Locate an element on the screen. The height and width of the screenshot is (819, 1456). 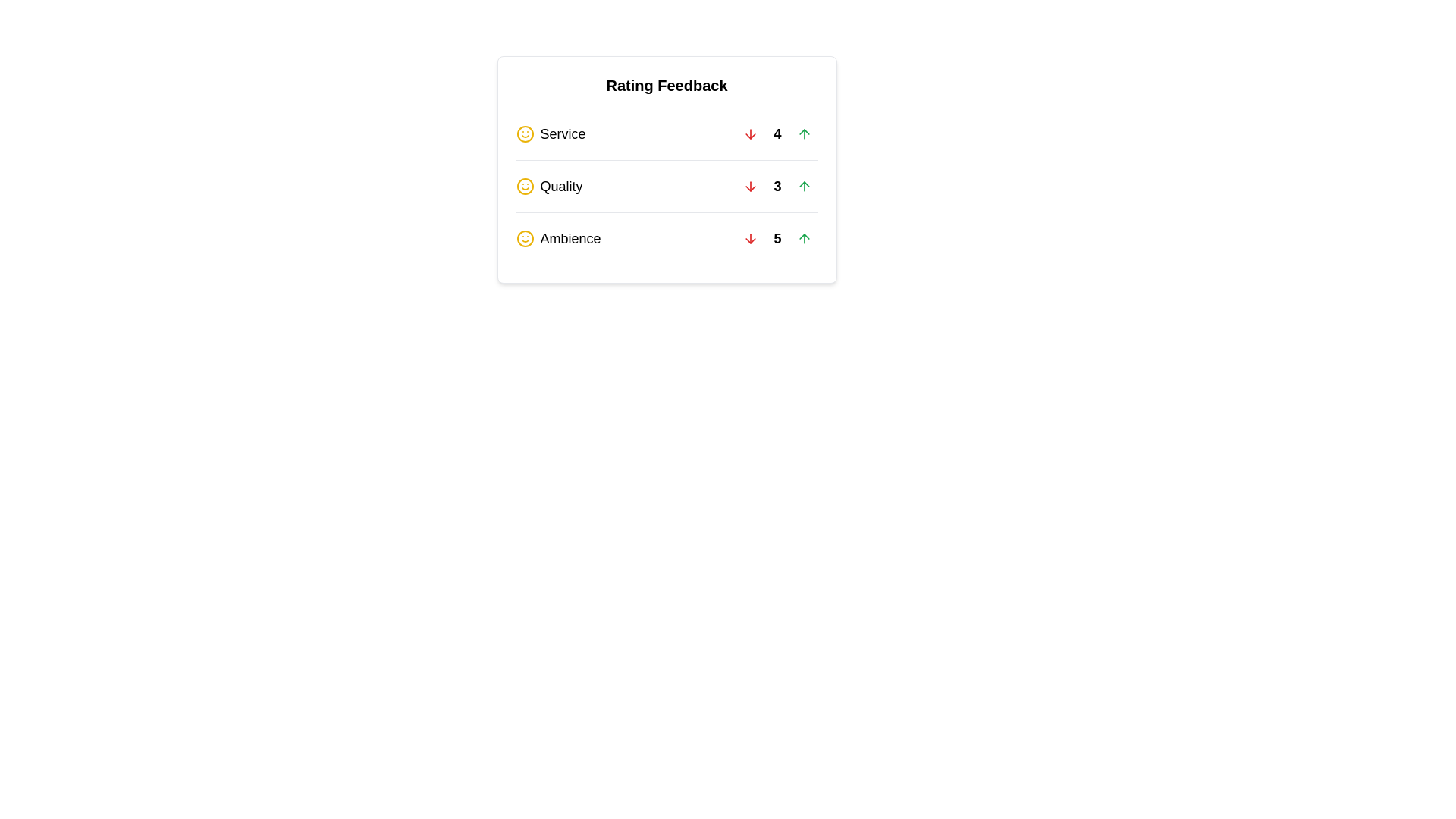
the decrement button for the 'Service' category in the feedback table, located to the left of the score '4' and right of the smiling emoji icon is located at coordinates (751, 133).